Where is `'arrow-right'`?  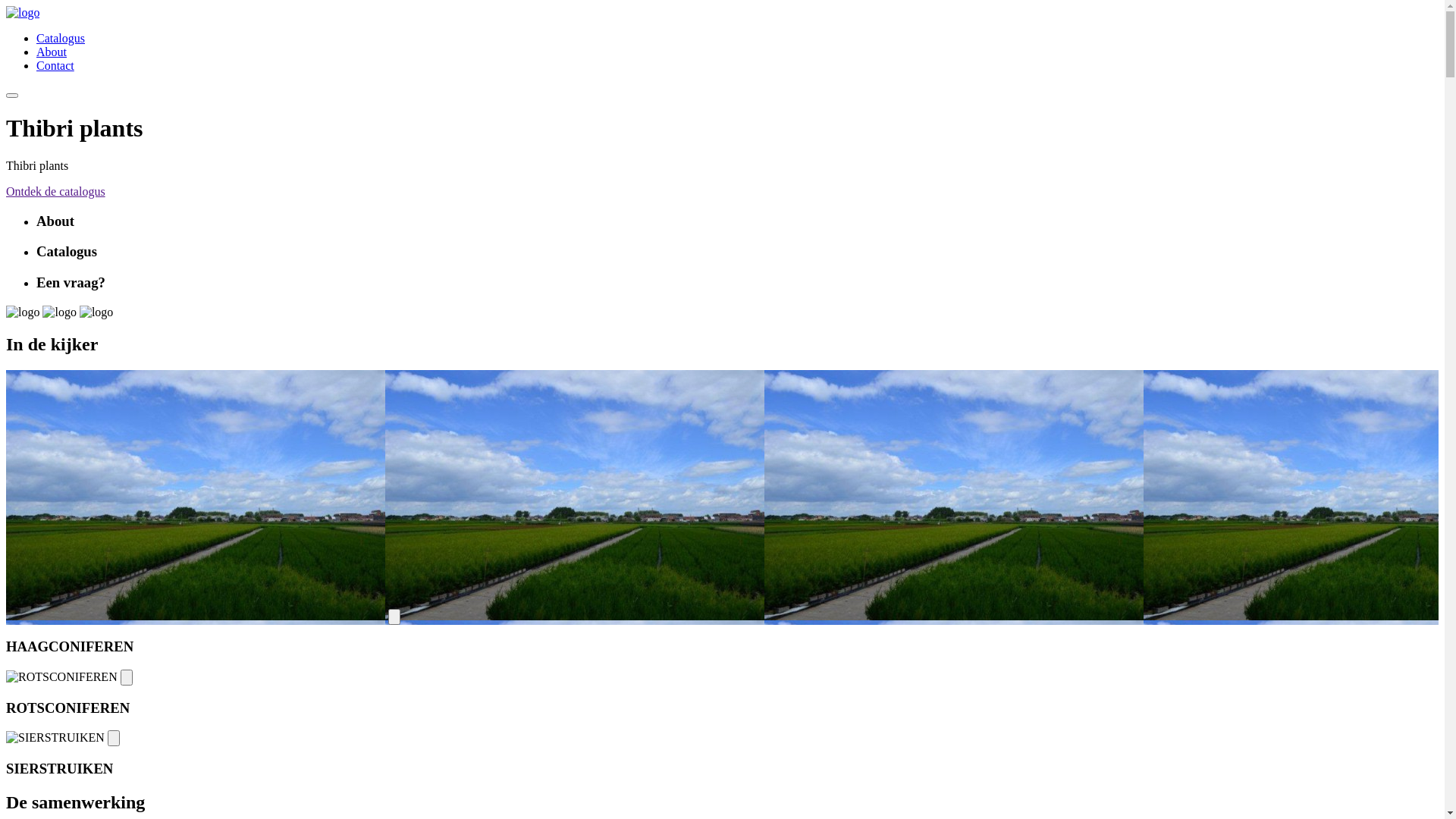
'arrow-right' is located at coordinates (127, 676).